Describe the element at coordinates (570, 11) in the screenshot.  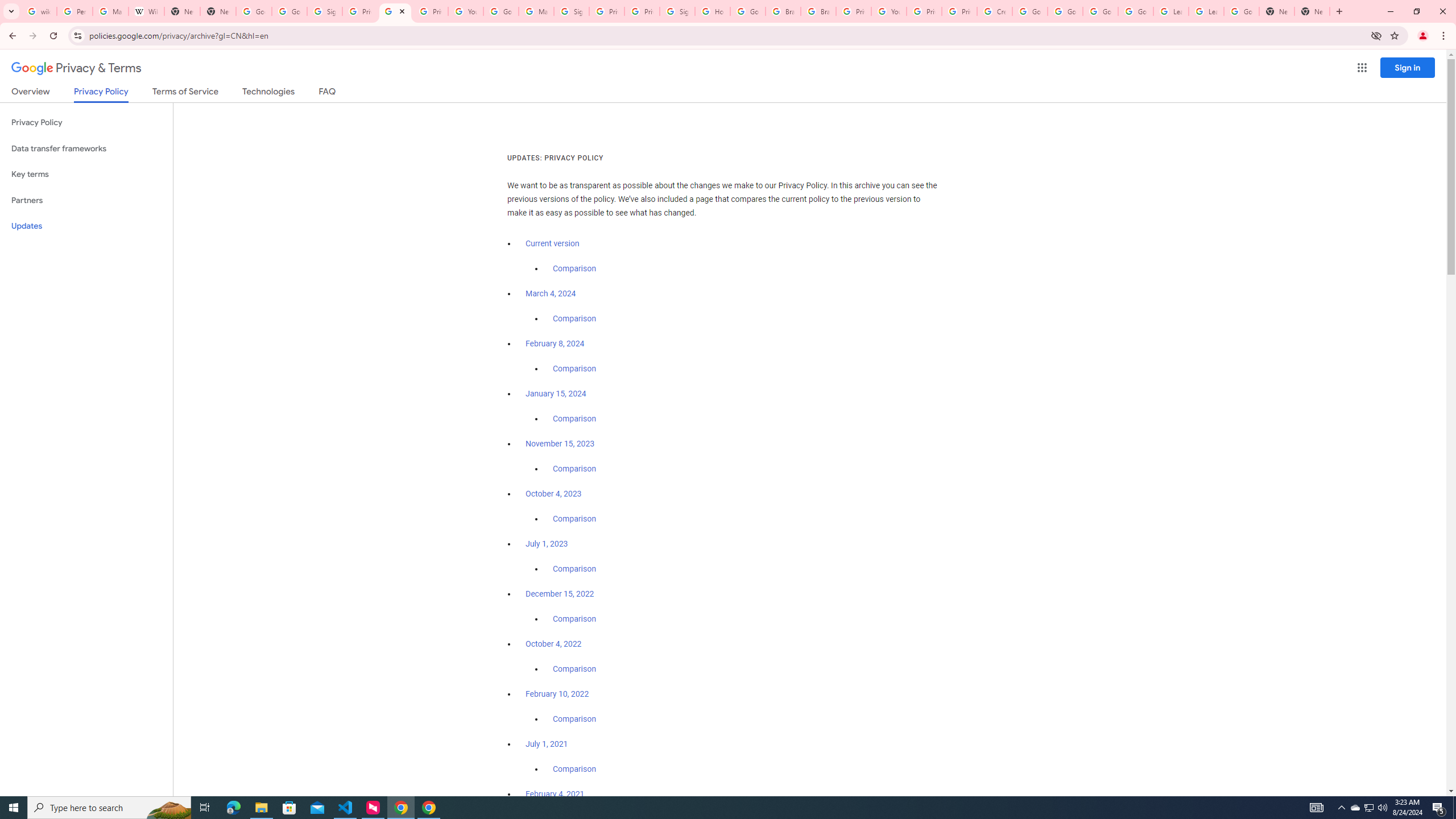
I see `'Sign in - Google Accounts'` at that location.